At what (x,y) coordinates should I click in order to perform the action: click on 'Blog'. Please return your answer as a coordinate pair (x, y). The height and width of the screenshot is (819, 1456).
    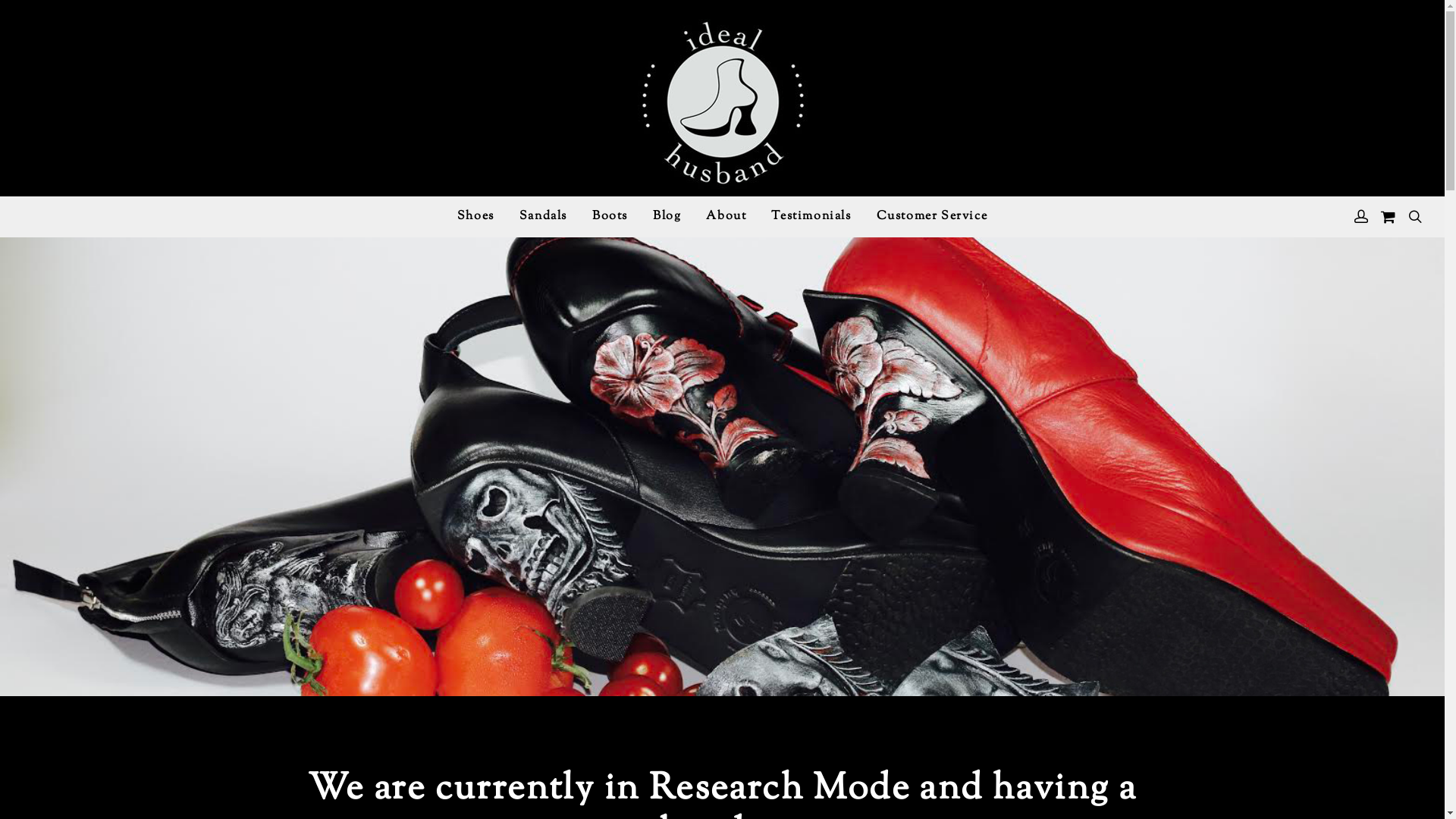
    Looking at the image, I should click on (652, 216).